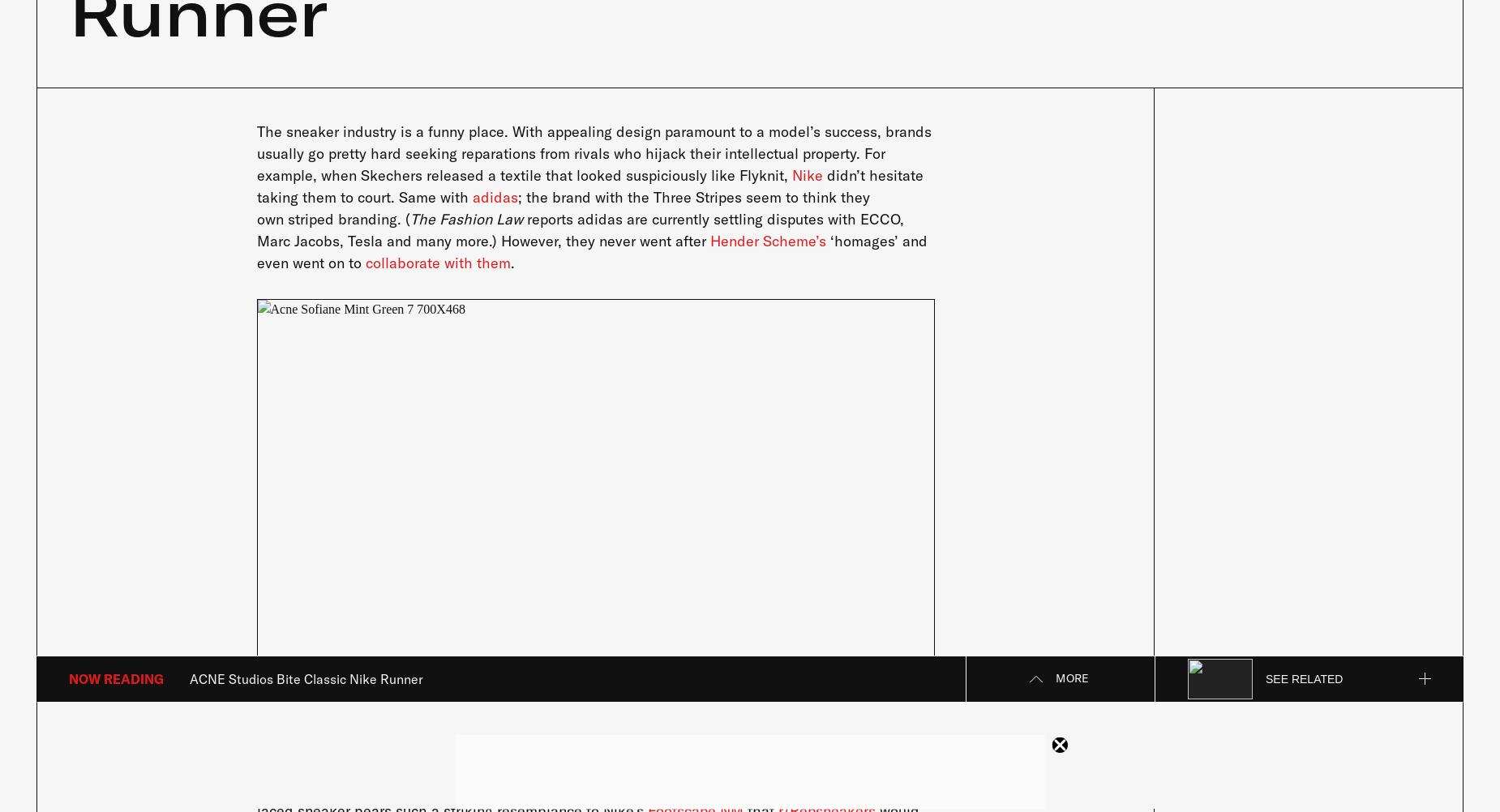  Describe the element at coordinates (562, 207) in the screenshot. I see `'; the brand with the Three Stripes seem to think they own striped branding. ('` at that location.